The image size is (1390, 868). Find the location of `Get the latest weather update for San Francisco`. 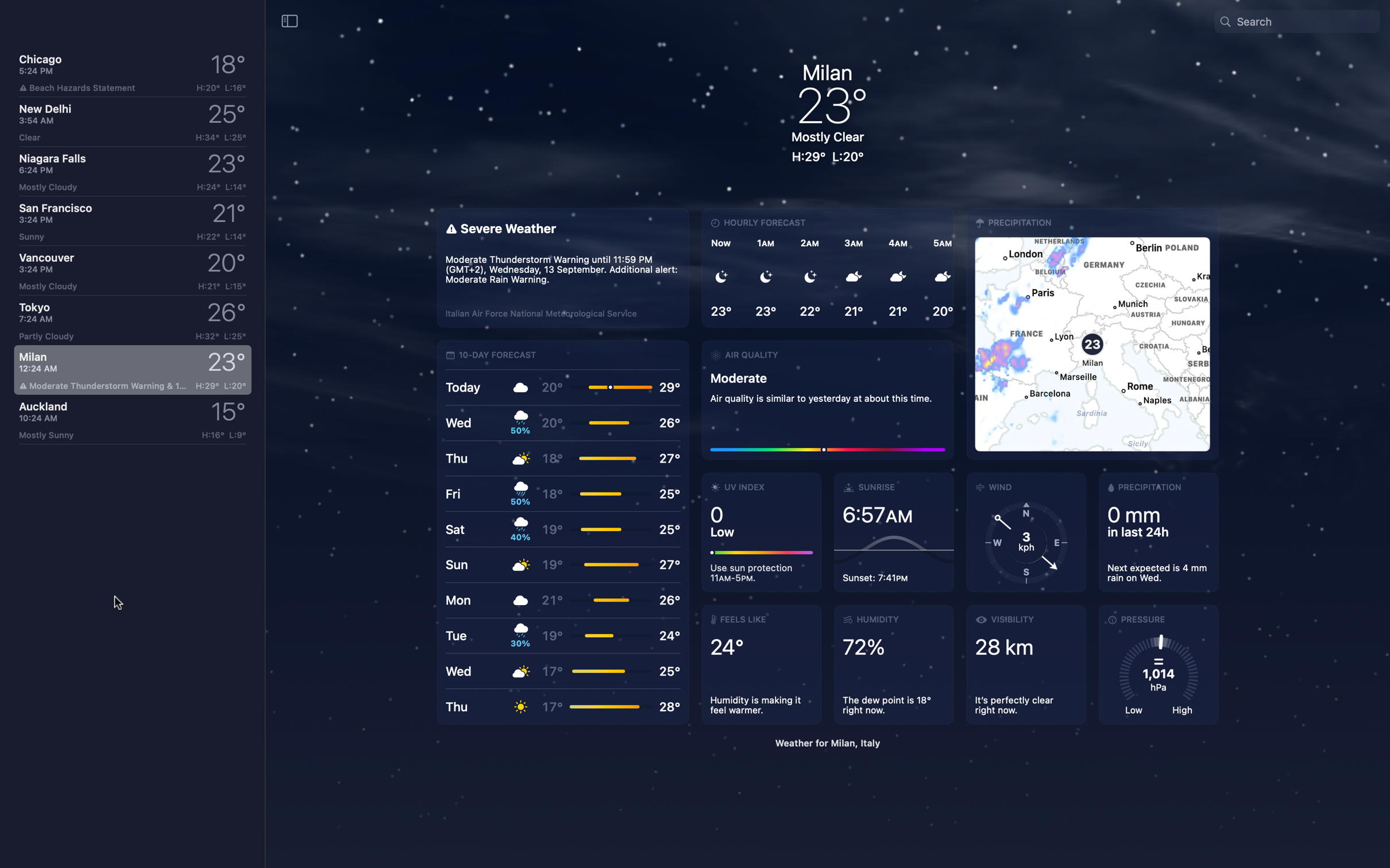

Get the latest weather update for San Francisco is located at coordinates (130, 219).